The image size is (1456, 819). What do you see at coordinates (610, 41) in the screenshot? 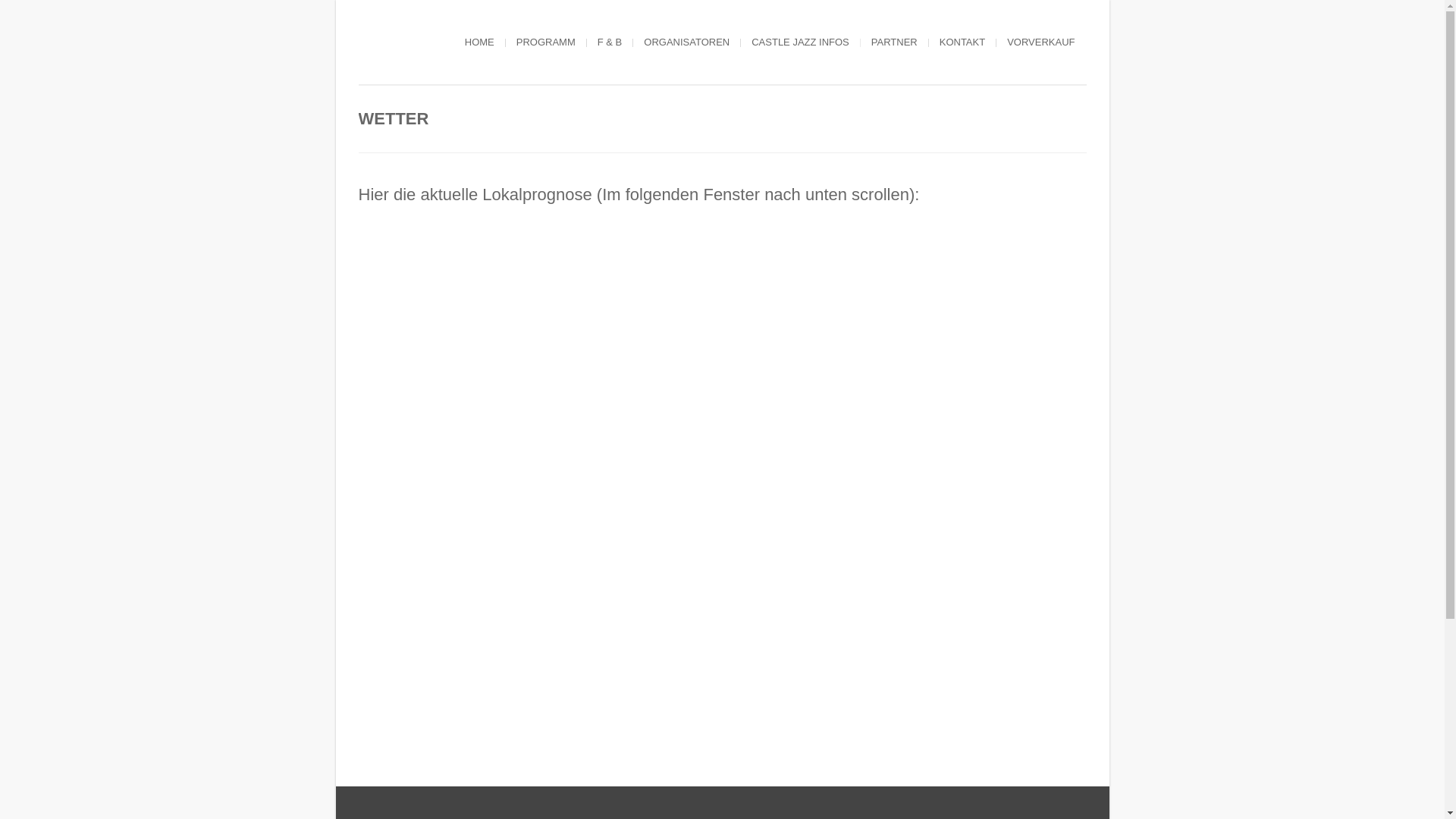
I see `'F & B'` at bounding box center [610, 41].